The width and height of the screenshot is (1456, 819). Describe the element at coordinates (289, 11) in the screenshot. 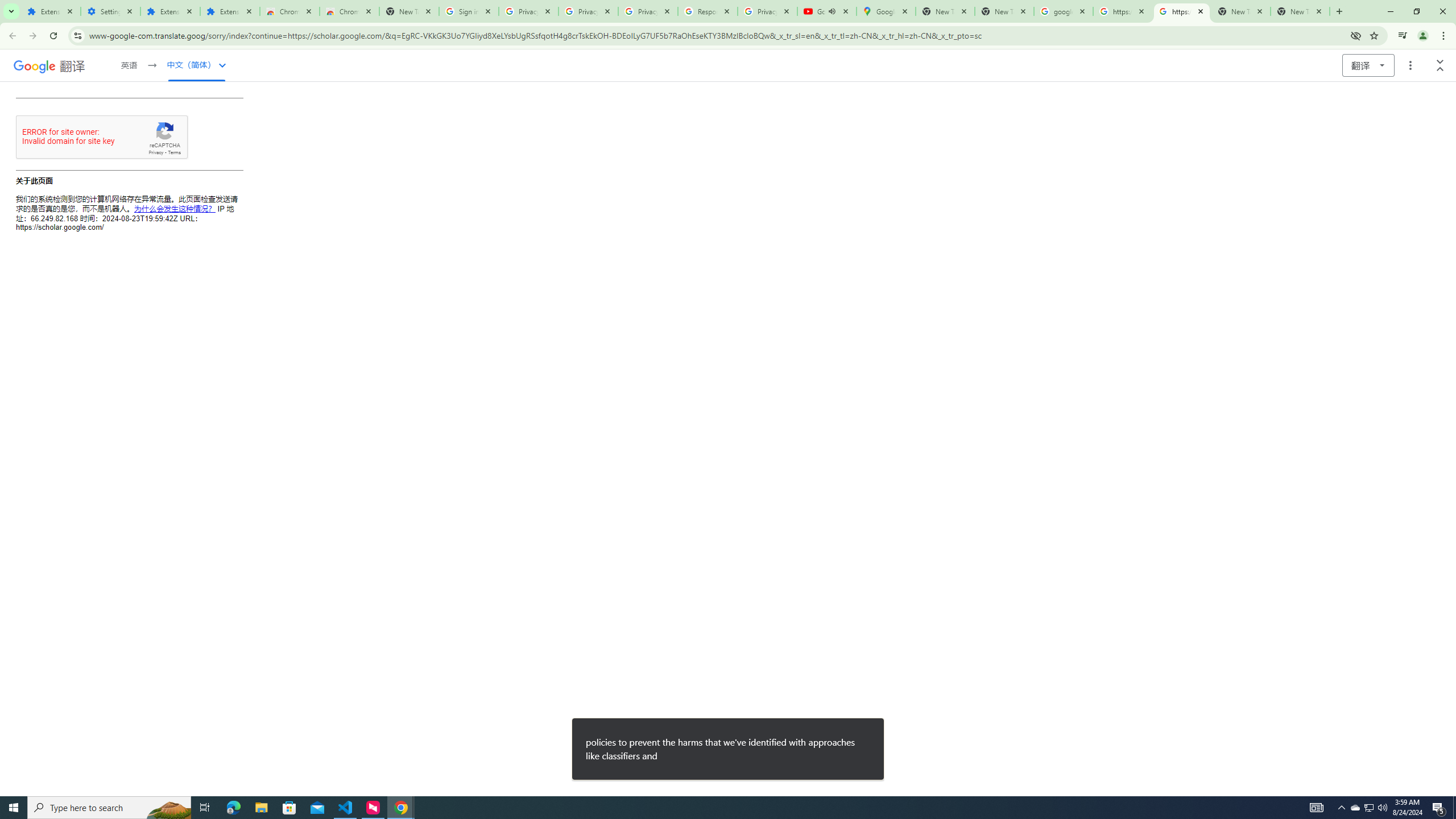

I see `'Chrome Web Store'` at that location.